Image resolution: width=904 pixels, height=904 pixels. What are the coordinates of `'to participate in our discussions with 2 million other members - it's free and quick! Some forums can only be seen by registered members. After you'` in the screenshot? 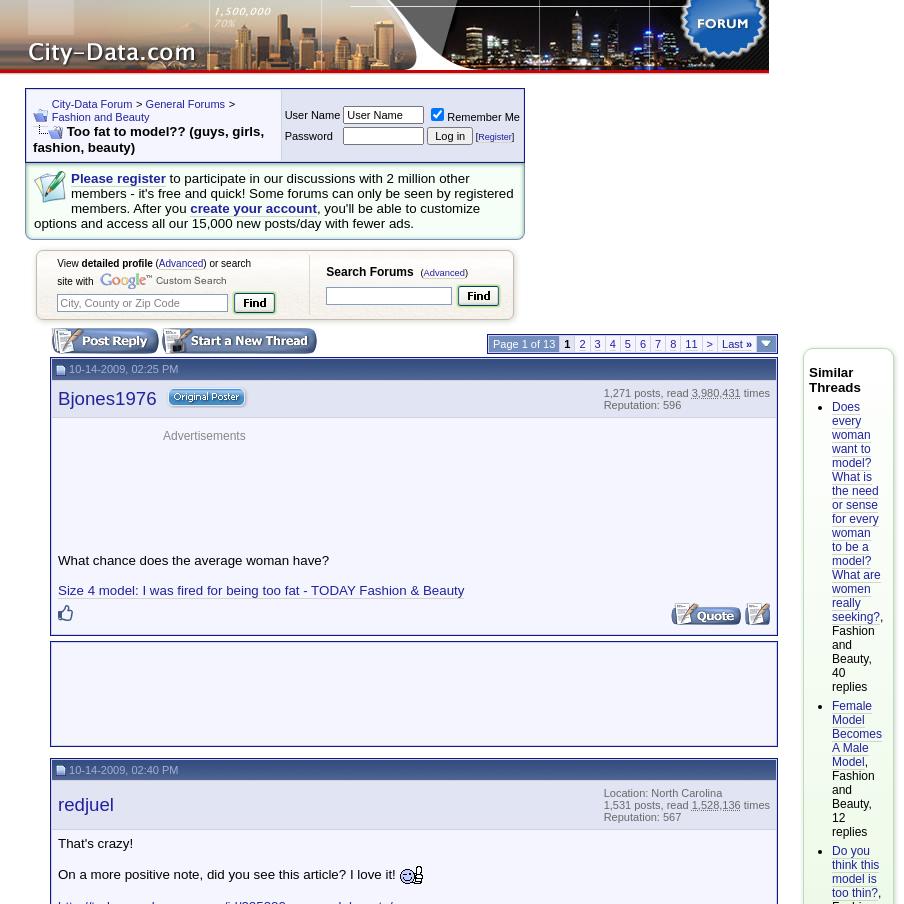 It's located at (291, 192).